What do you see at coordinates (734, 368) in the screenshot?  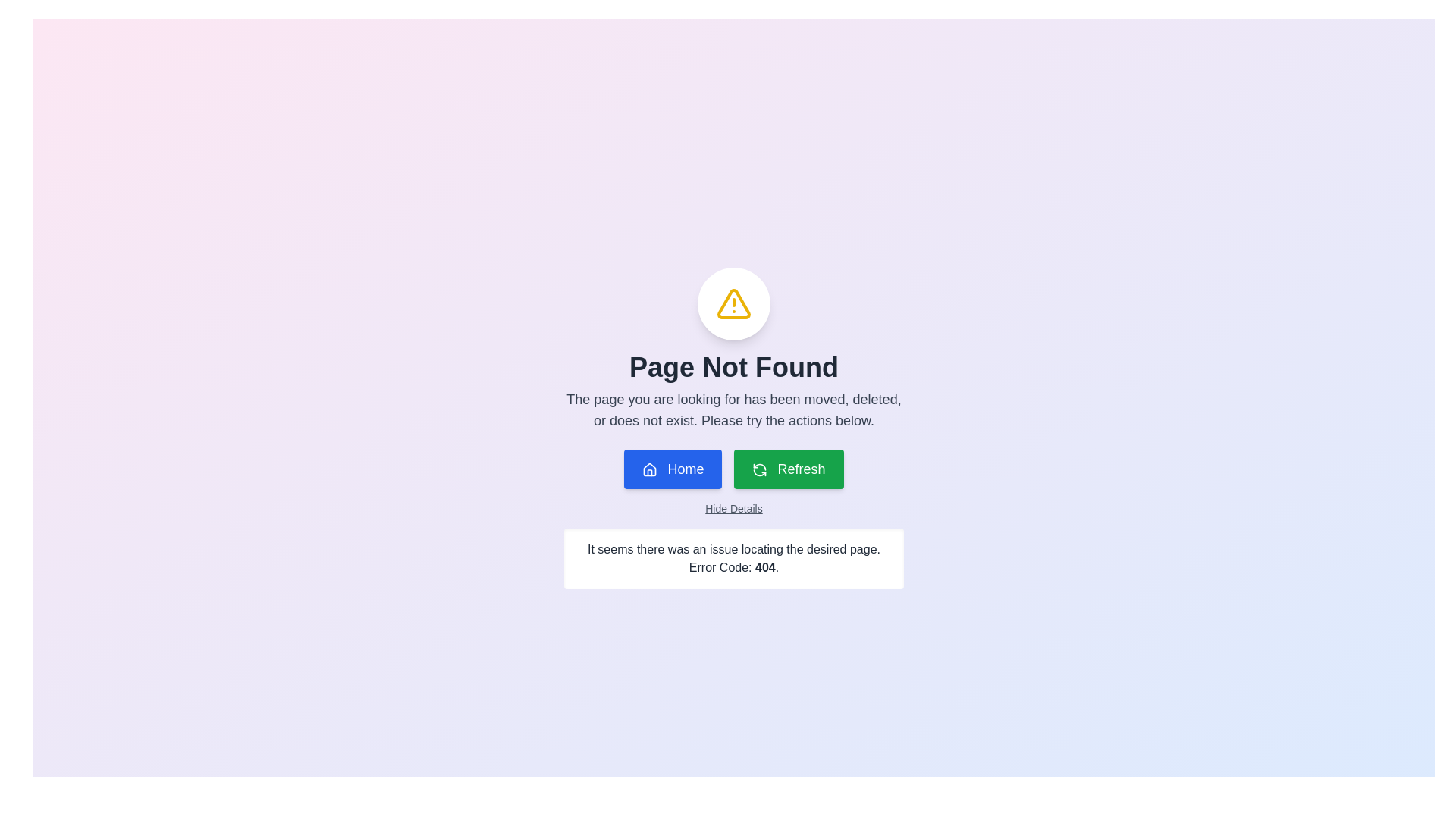 I see `the main heading text label for the error message page, which is positioned in the center of the page, below the warning icon and above the descriptive paragraph` at bounding box center [734, 368].